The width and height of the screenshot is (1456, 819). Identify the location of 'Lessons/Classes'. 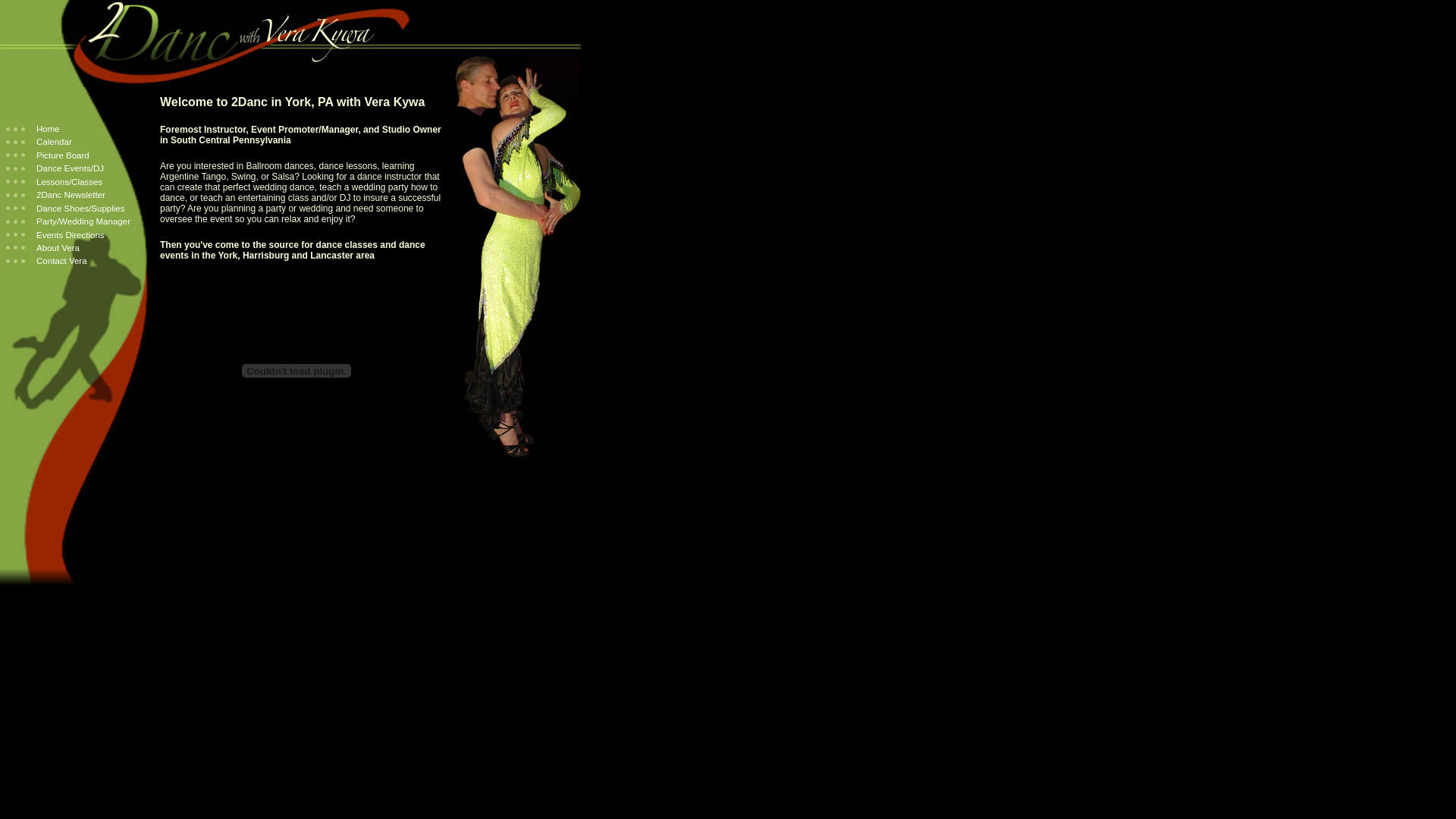
(54, 180).